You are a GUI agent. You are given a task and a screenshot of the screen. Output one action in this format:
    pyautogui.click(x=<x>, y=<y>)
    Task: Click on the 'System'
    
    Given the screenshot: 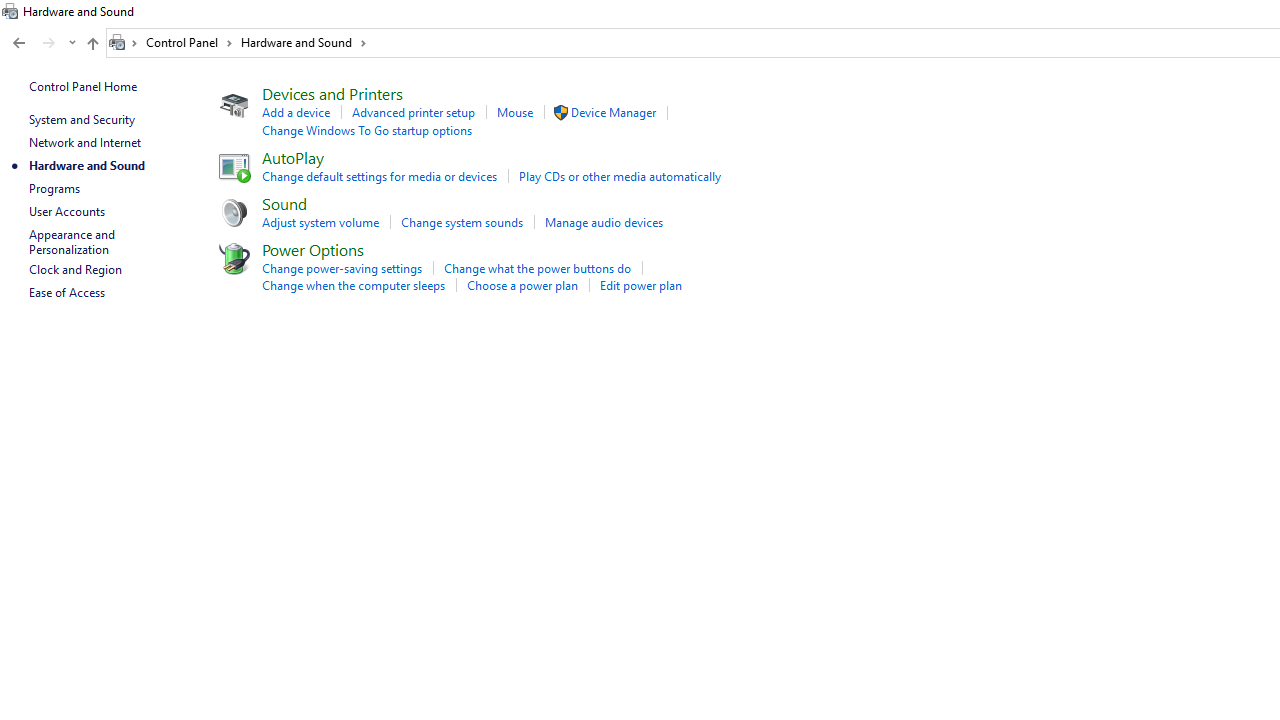 What is the action you would take?
    pyautogui.click(x=10, y=11)
    